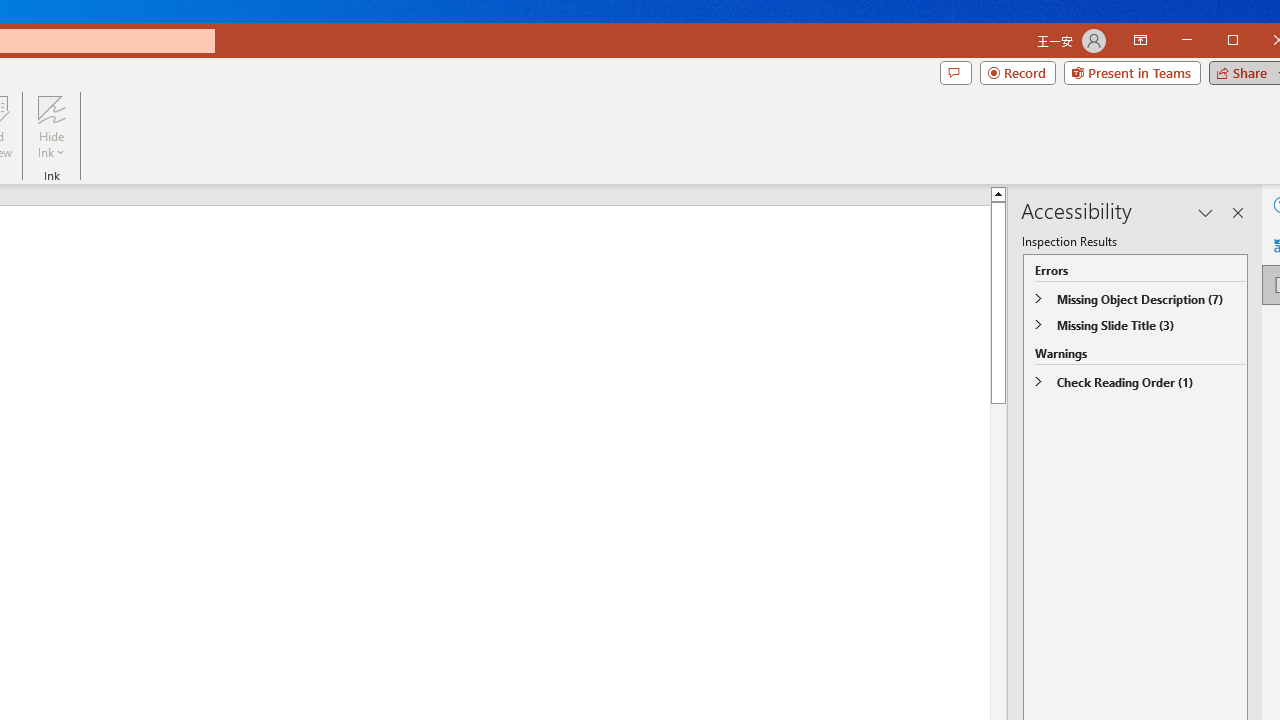 The image size is (1280, 720). I want to click on 'Present in Teams', so click(1132, 72).